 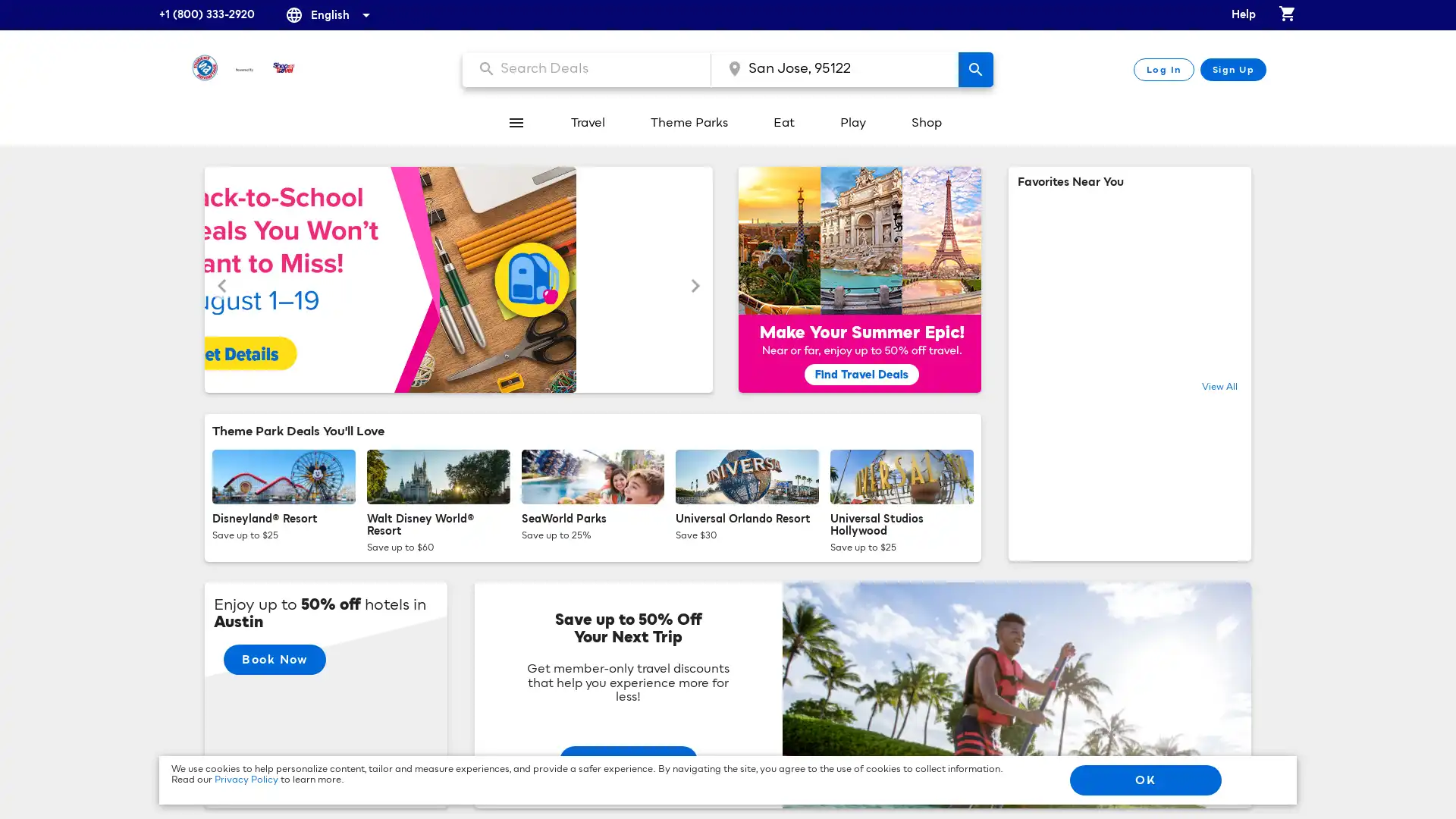 What do you see at coordinates (783, 127) in the screenshot?
I see `Eat` at bounding box center [783, 127].